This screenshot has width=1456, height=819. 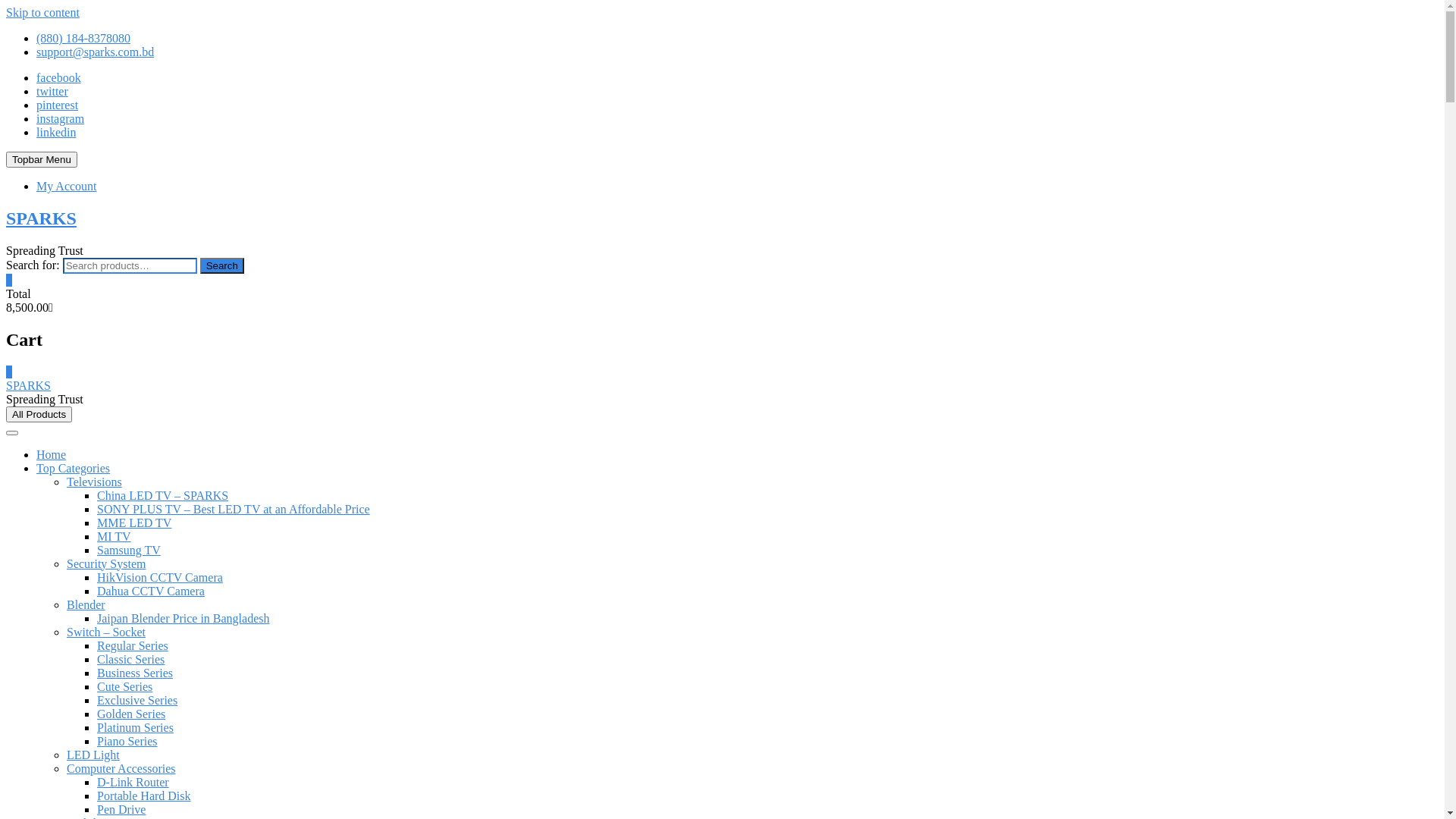 What do you see at coordinates (93, 755) in the screenshot?
I see `'LED Light'` at bounding box center [93, 755].